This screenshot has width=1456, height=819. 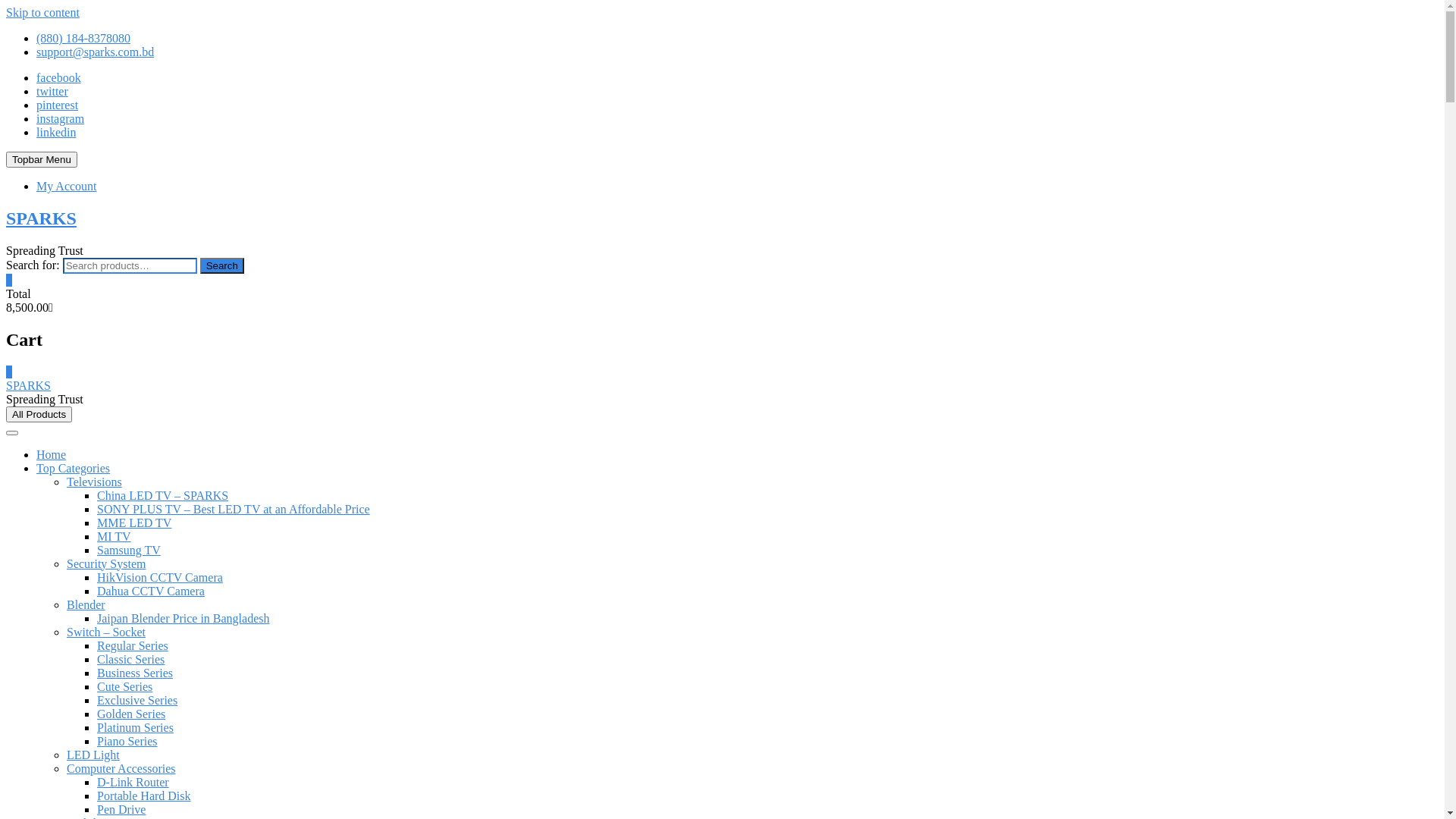 What do you see at coordinates (93, 755) in the screenshot?
I see `'LED Light'` at bounding box center [93, 755].